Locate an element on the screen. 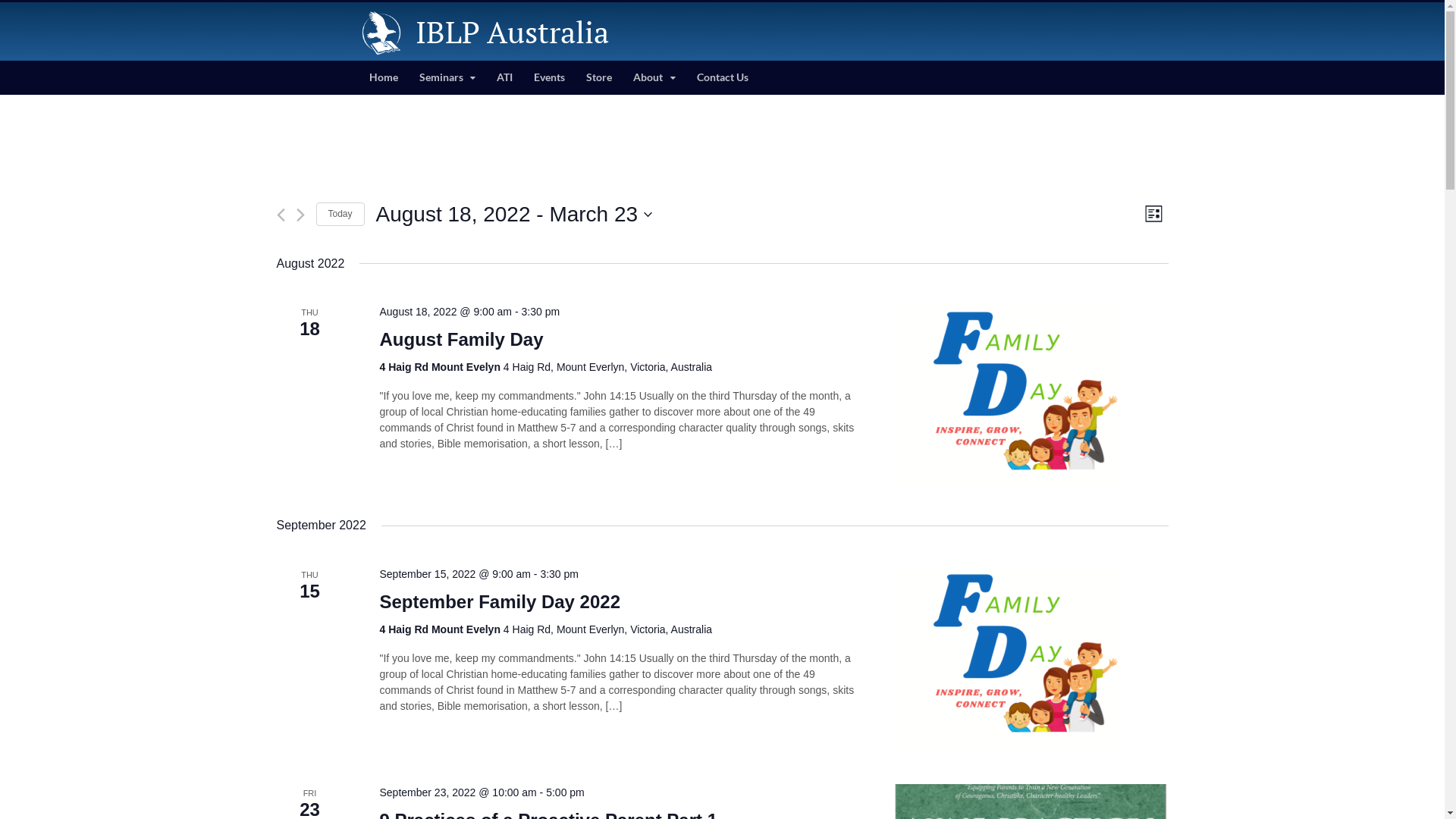  'Store' is located at coordinates (598, 77).